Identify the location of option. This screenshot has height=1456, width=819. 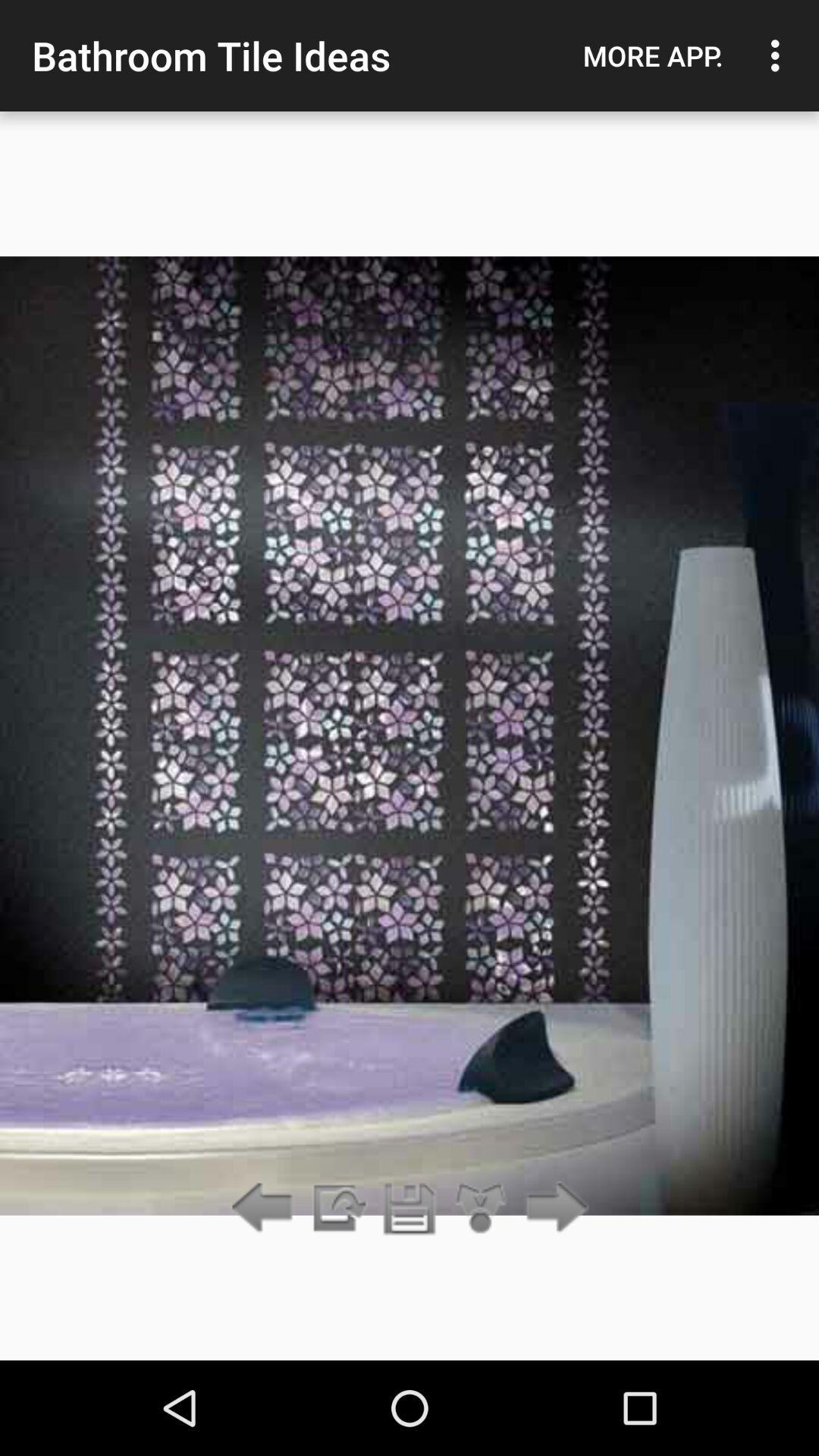
(481, 1208).